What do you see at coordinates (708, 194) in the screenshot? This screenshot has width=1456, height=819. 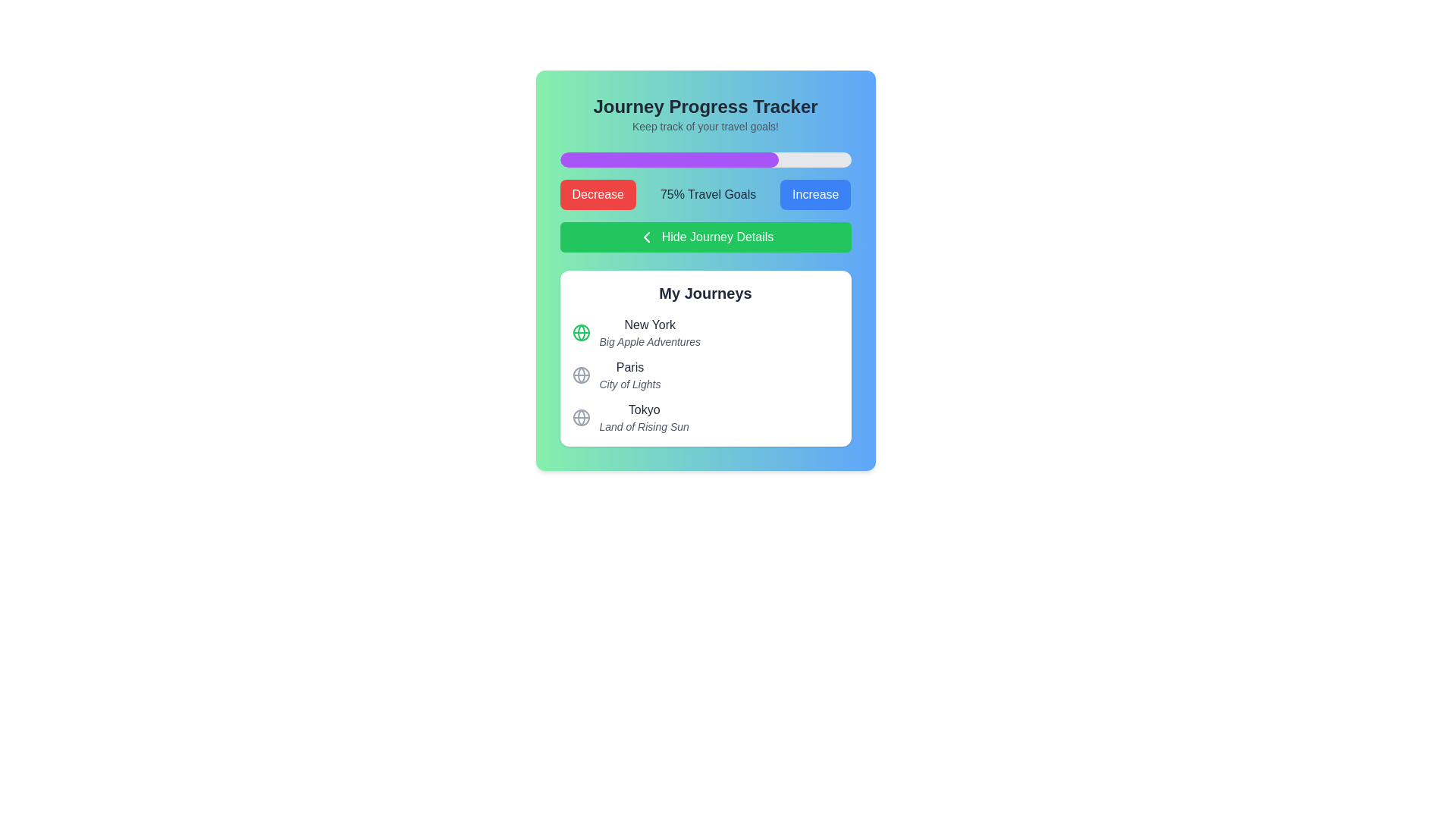 I see `the text label that indicates the current progress or status of travel objectives, positioned between the 'Decrease' and 'Increase' buttons` at bounding box center [708, 194].